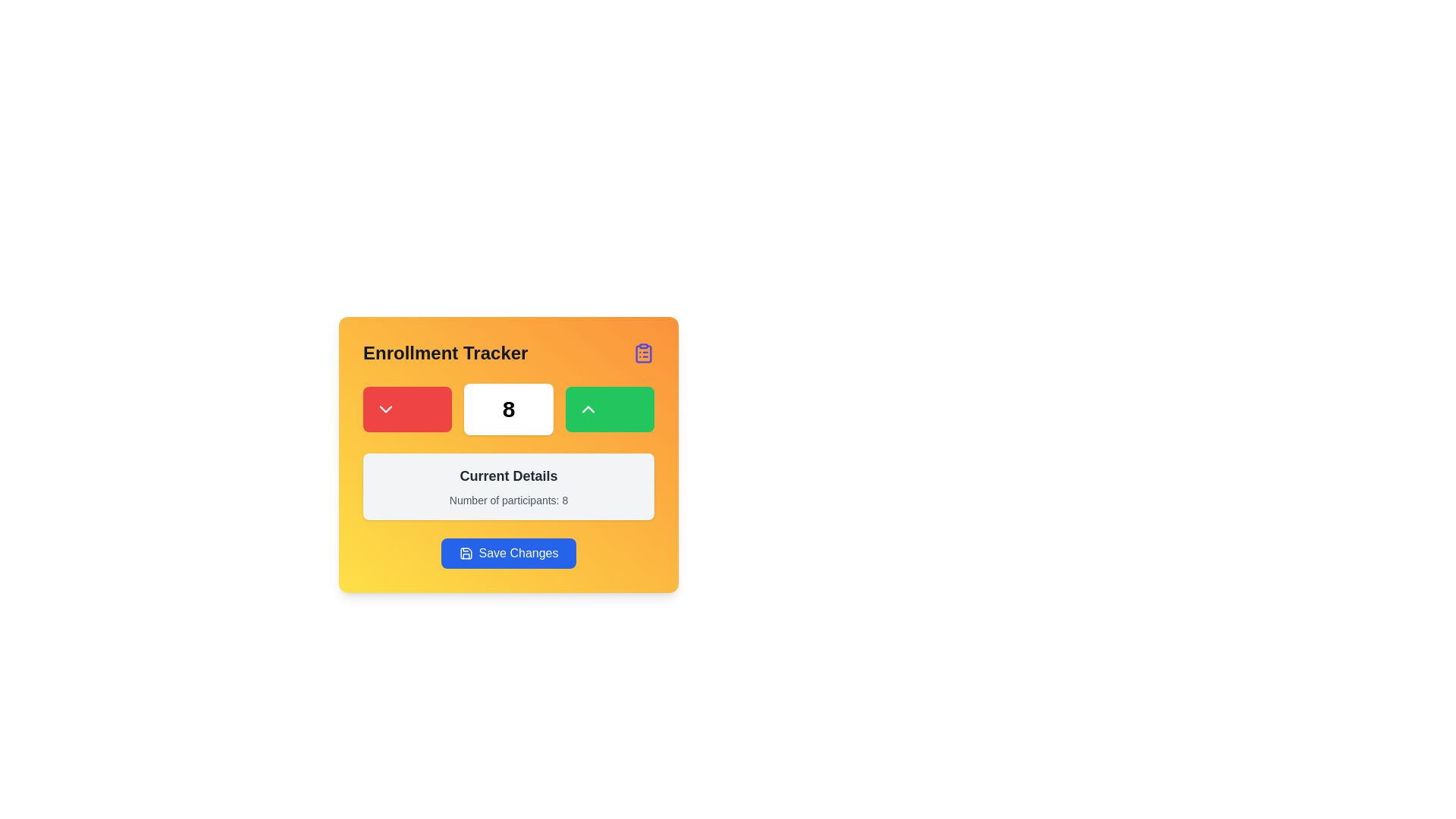 This screenshot has width=1456, height=819. What do you see at coordinates (465, 553) in the screenshot?
I see `the save icon located in the top-right corner of the interface, adjacent to the title text 'Enrollment Tracker'` at bounding box center [465, 553].